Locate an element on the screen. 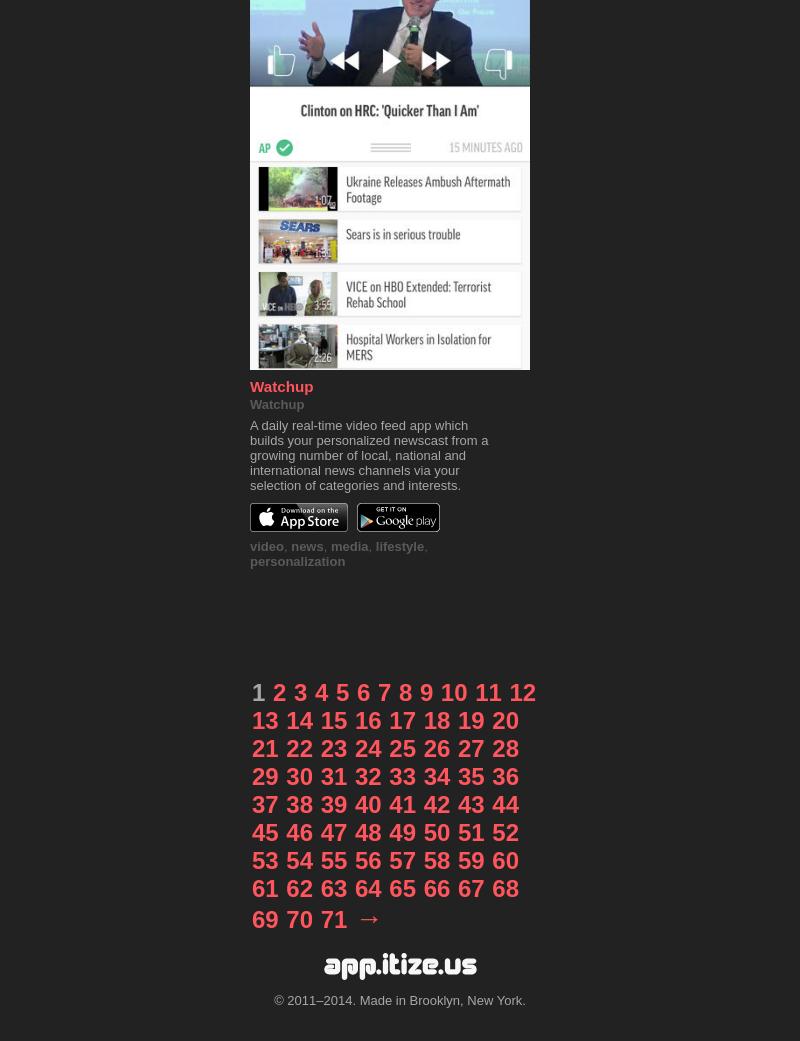 Image resolution: width=800 pixels, height=1041 pixels. '5' is located at coordinates (342, 691).